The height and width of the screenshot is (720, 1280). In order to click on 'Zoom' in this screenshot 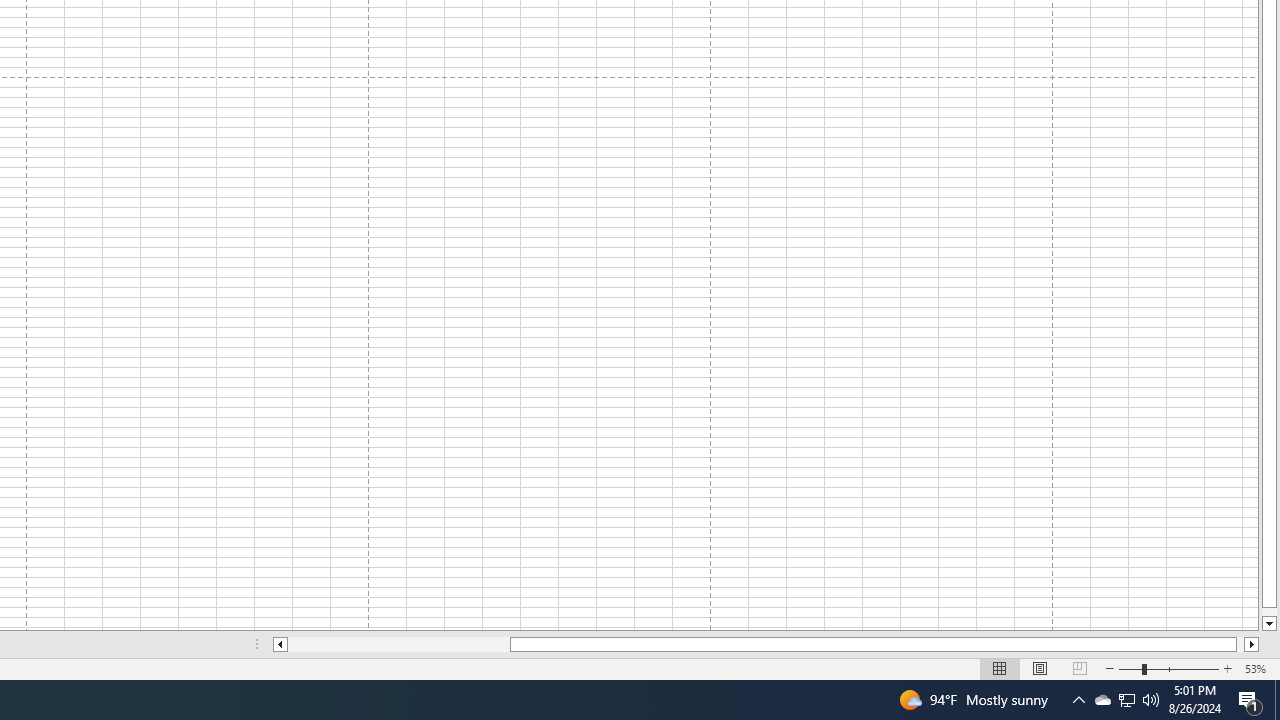, I will do `click(1168, 669)`.